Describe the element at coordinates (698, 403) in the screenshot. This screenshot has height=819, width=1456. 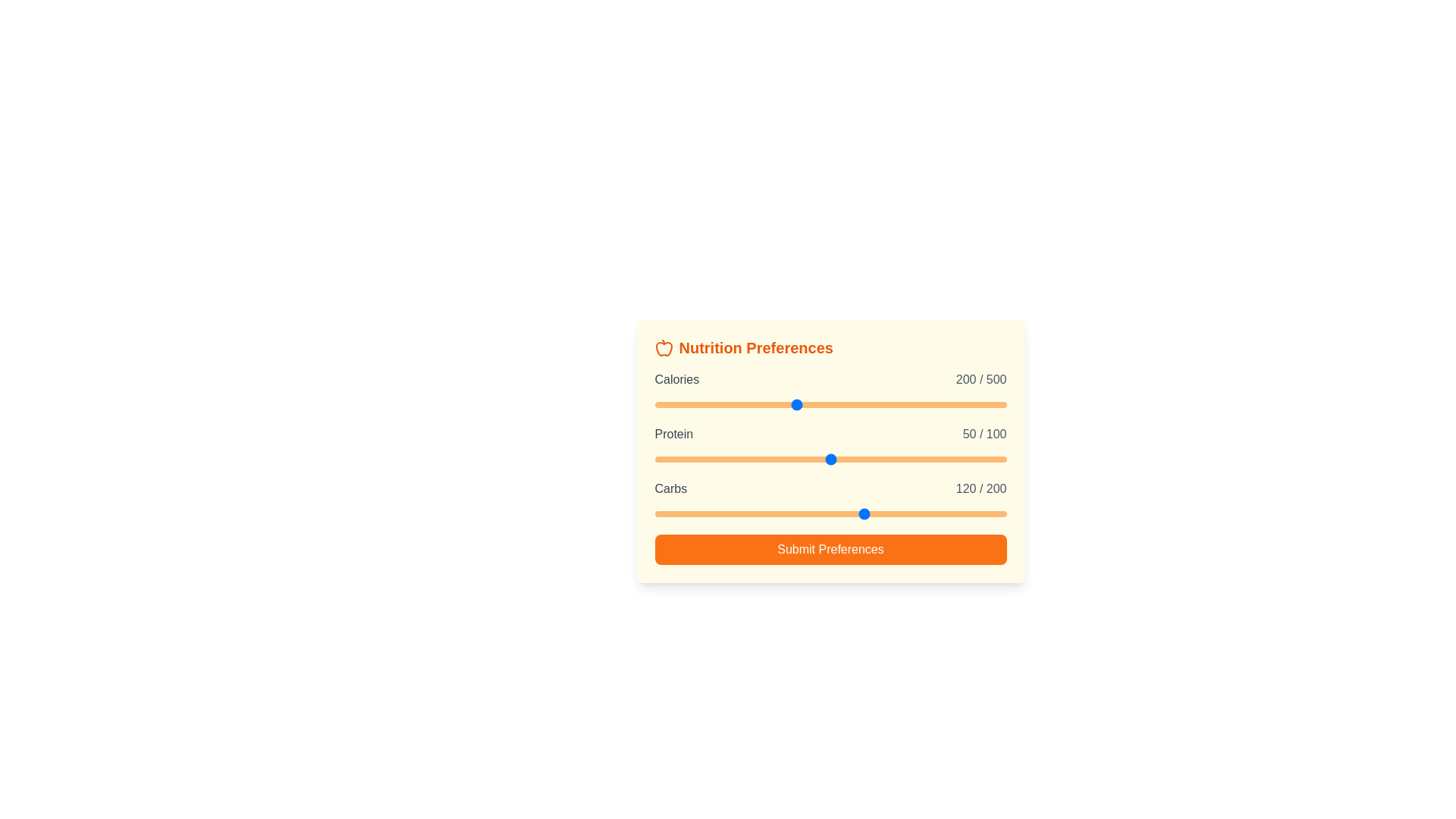
I see `the caloric value` at that location.